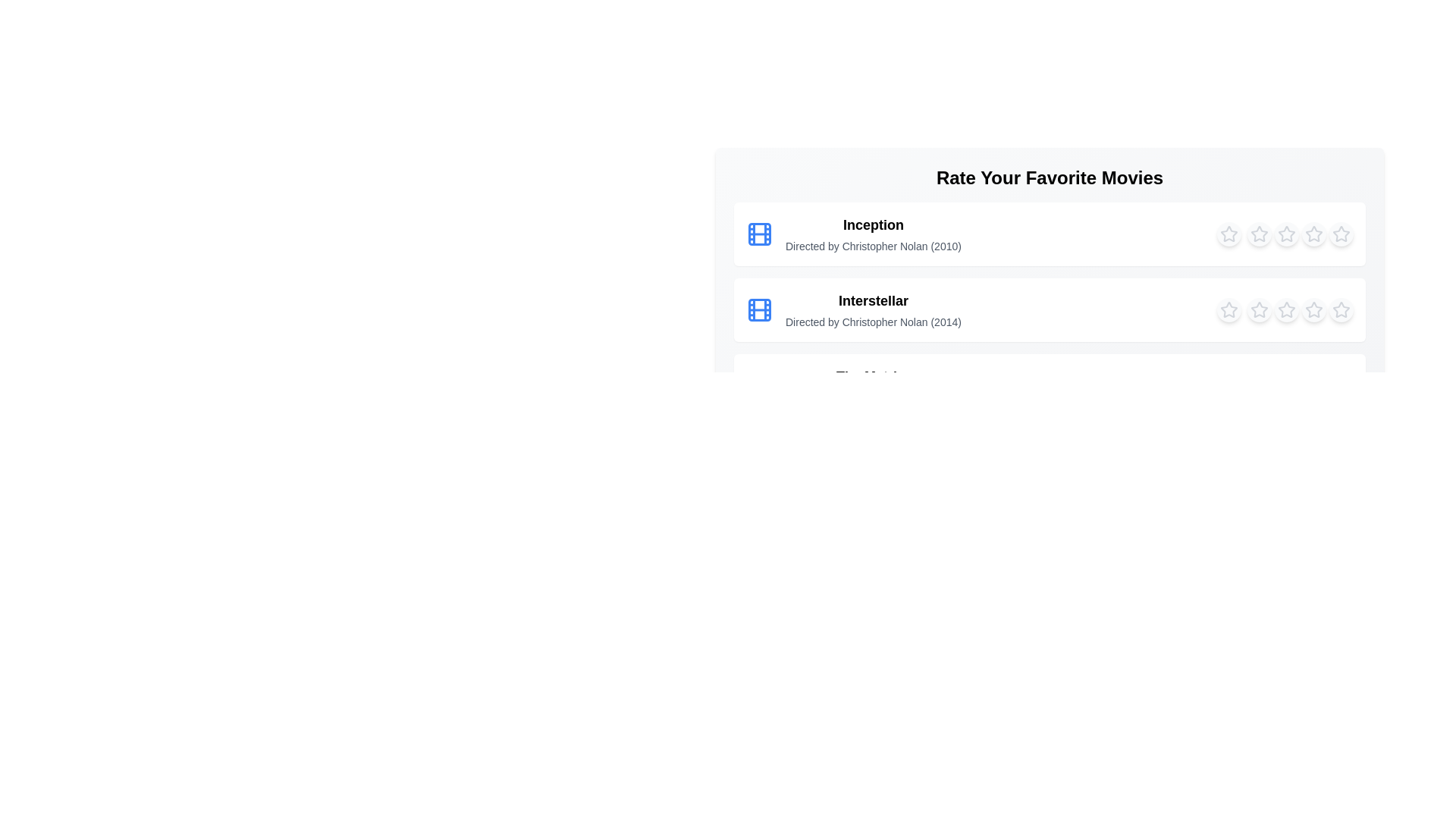 This screenshot has height=819, width=1456. Describe the element at coordinates (1313, 234) in the screenshot. I see `the 4 star to highlight it` at that location.